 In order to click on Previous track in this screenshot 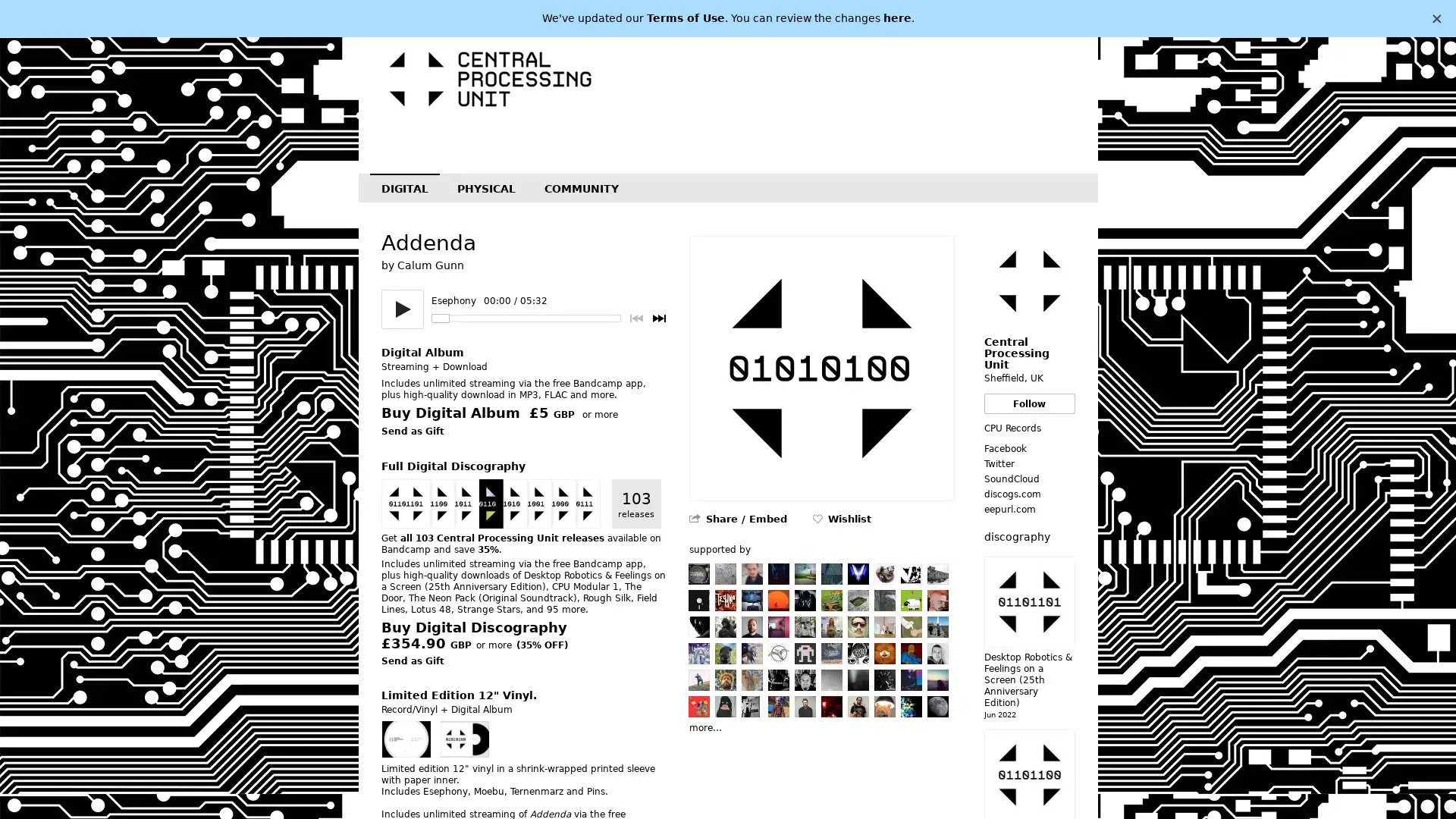, I will do `click(635, 318)`.